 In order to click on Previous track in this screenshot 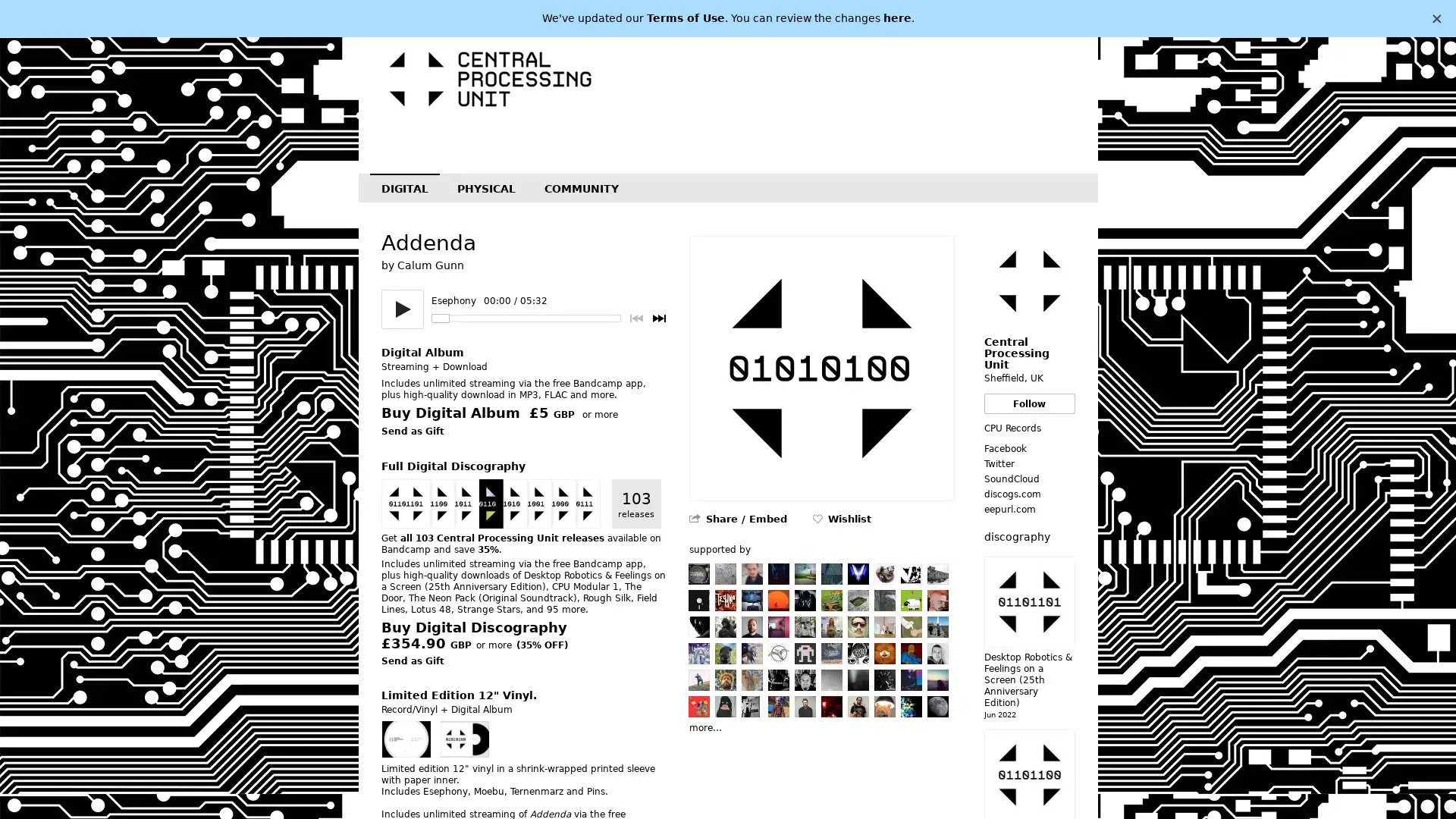, I will do `click(635, 318)`.